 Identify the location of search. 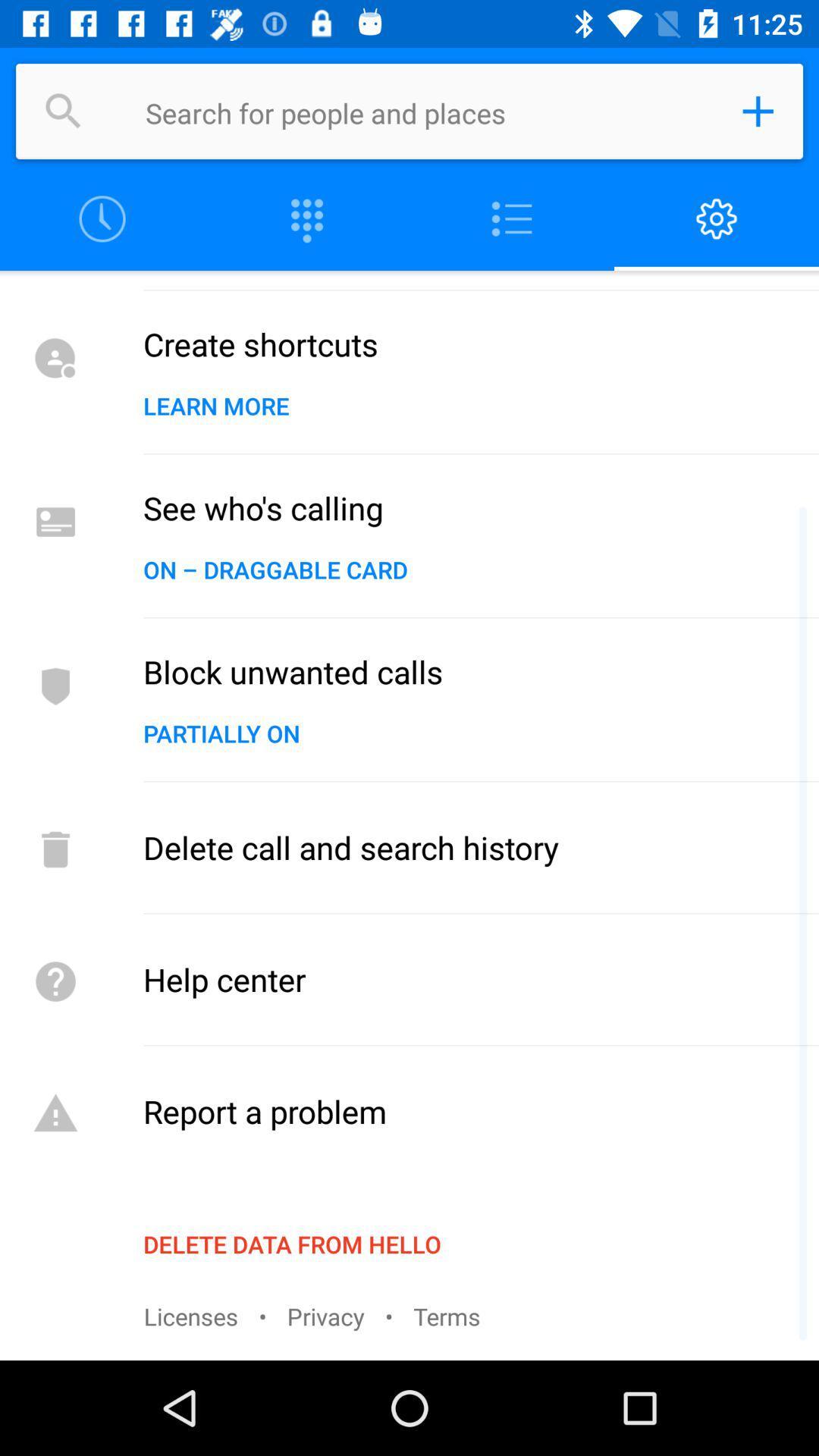
(428, 111).